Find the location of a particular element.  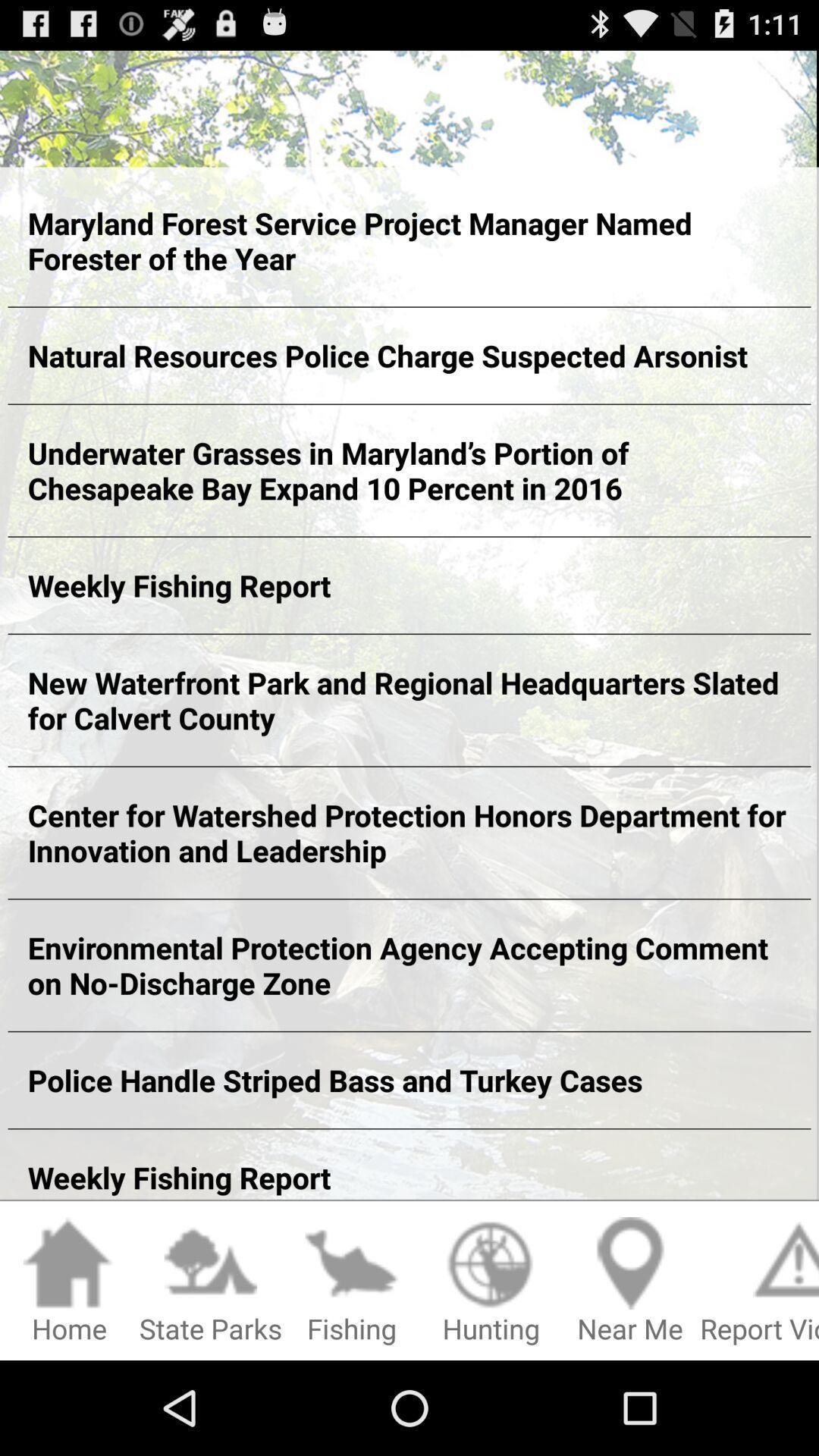

icon below the weekly fishing report is located at coordinates (759, 1281).